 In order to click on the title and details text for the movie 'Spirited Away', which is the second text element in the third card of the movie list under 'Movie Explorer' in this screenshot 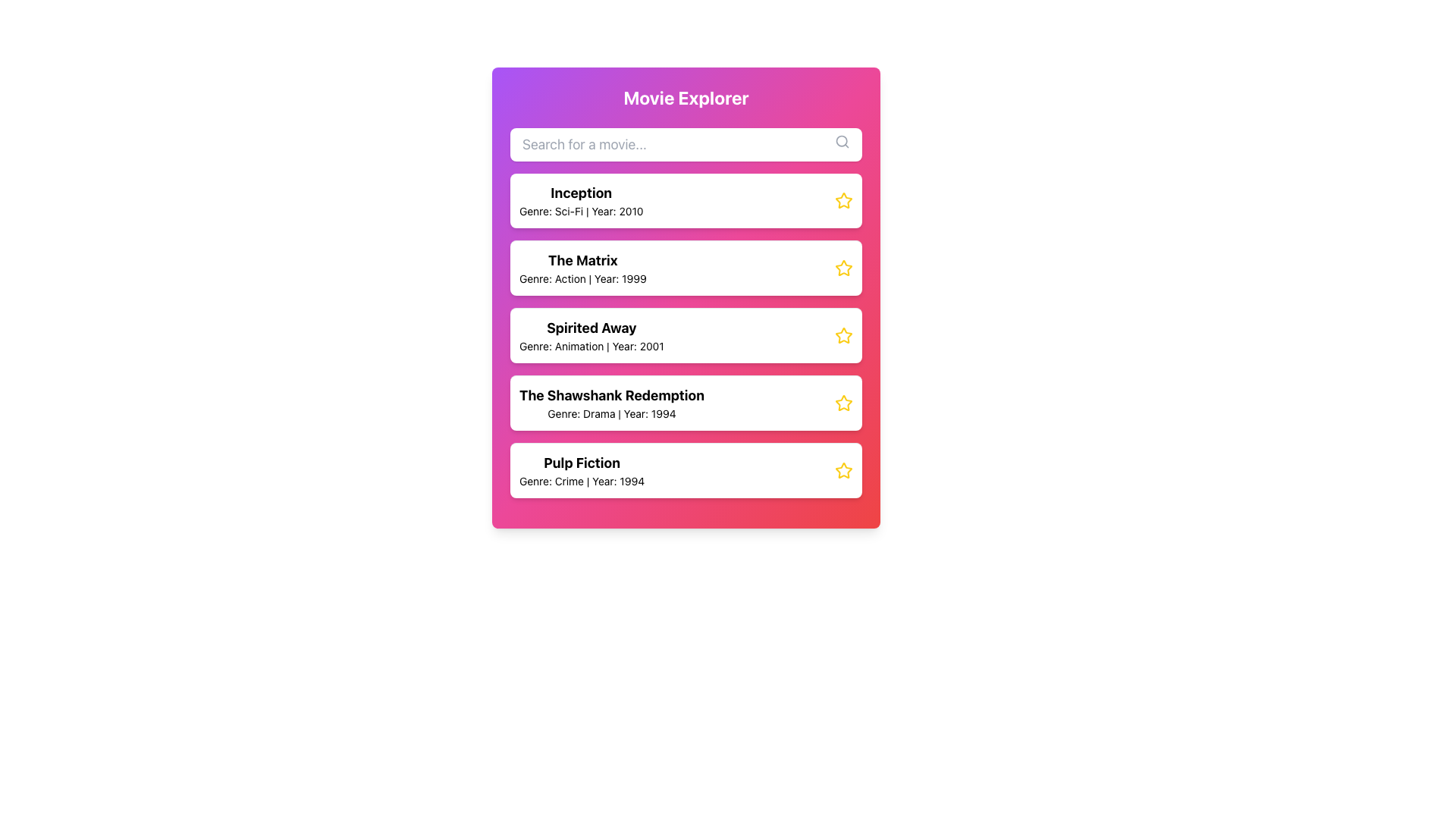, I will do `click(591, 335)`.